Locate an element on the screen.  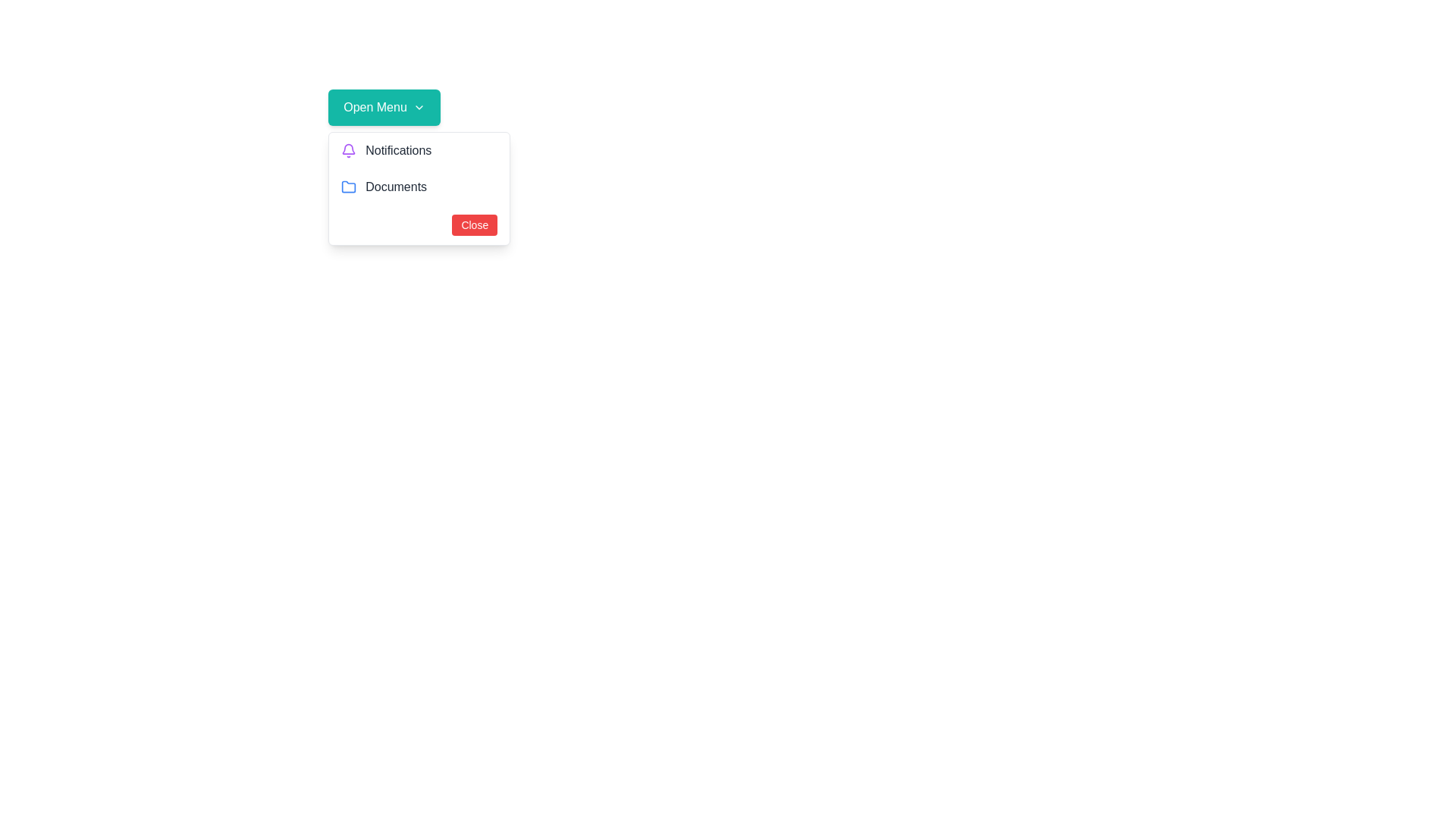
the notification icon located to the left of the 'Notifications' menu item in the dropdown menu is located at coordinates (348, 151).